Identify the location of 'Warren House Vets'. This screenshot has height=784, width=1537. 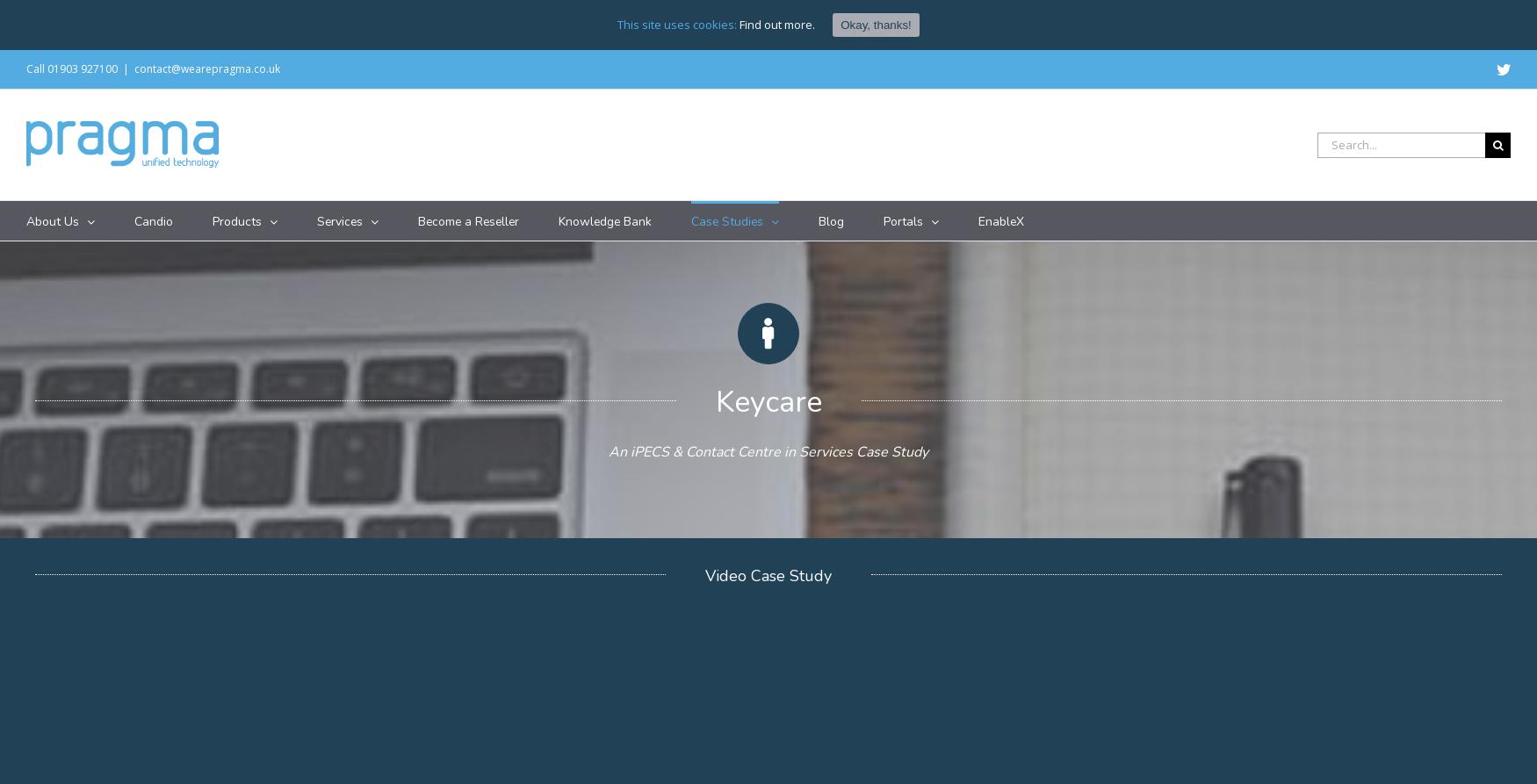
(918, 442).